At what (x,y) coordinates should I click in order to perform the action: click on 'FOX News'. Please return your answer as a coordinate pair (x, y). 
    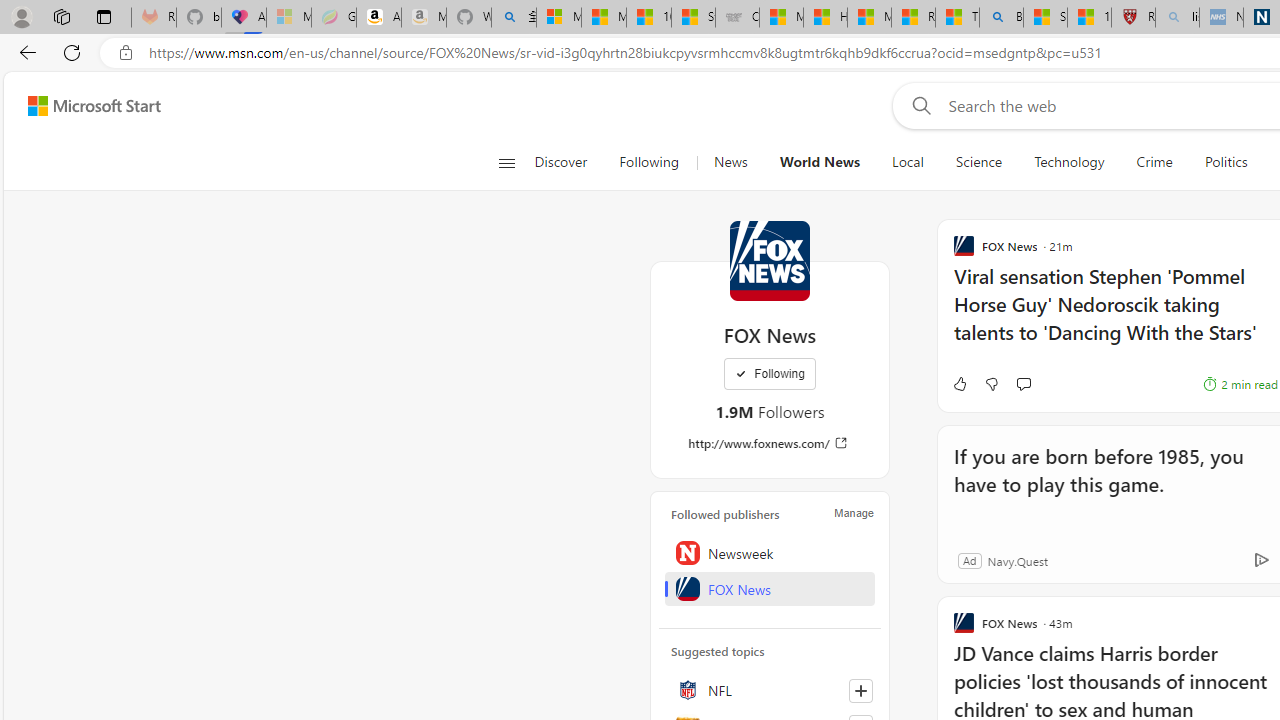
    Looking at the image, I should click on (769, 587).